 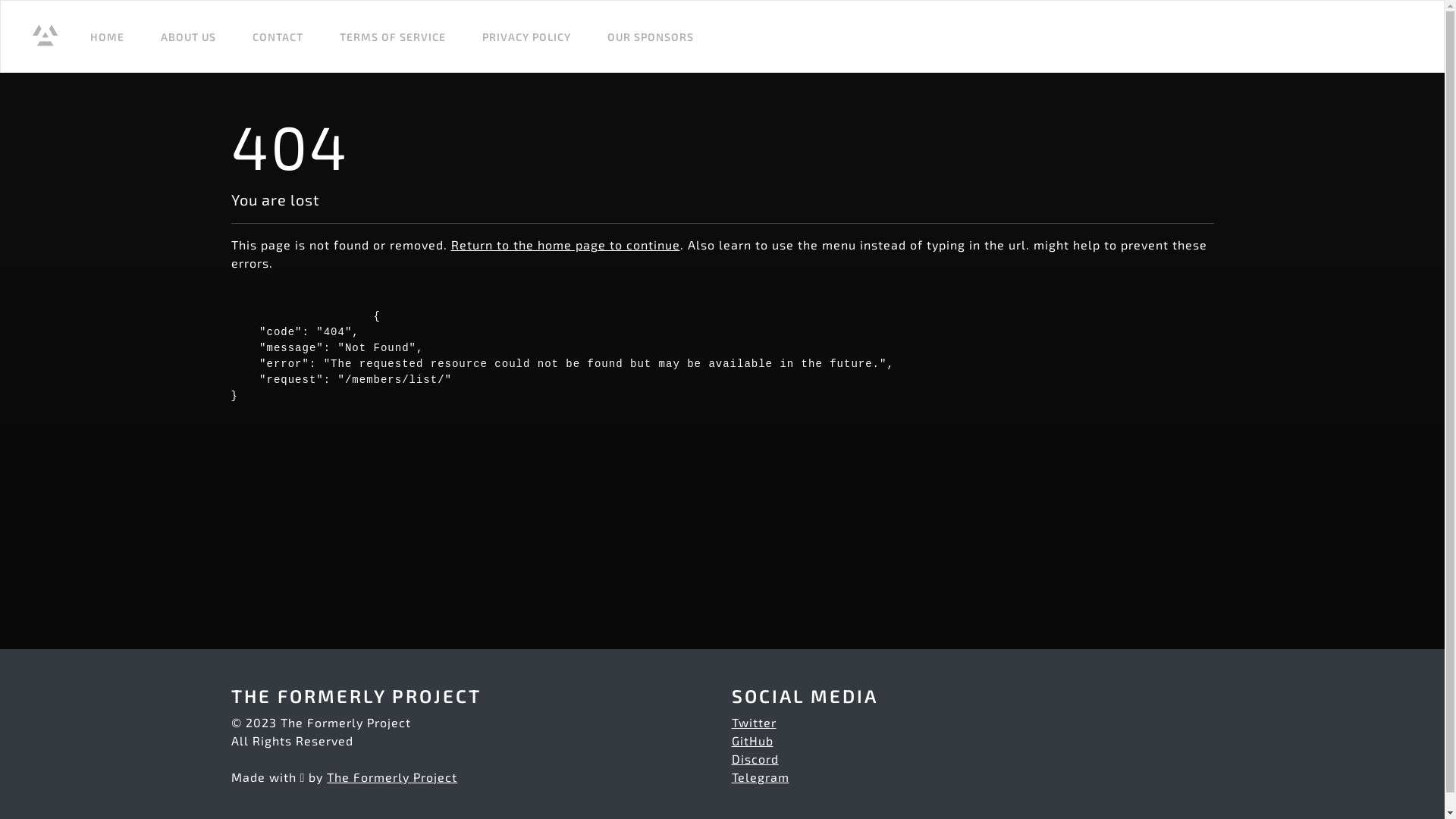 What do you see at coordinates (106, 35) in the screenshot?
I see `'HOME'` at bounding box center [106, 35].